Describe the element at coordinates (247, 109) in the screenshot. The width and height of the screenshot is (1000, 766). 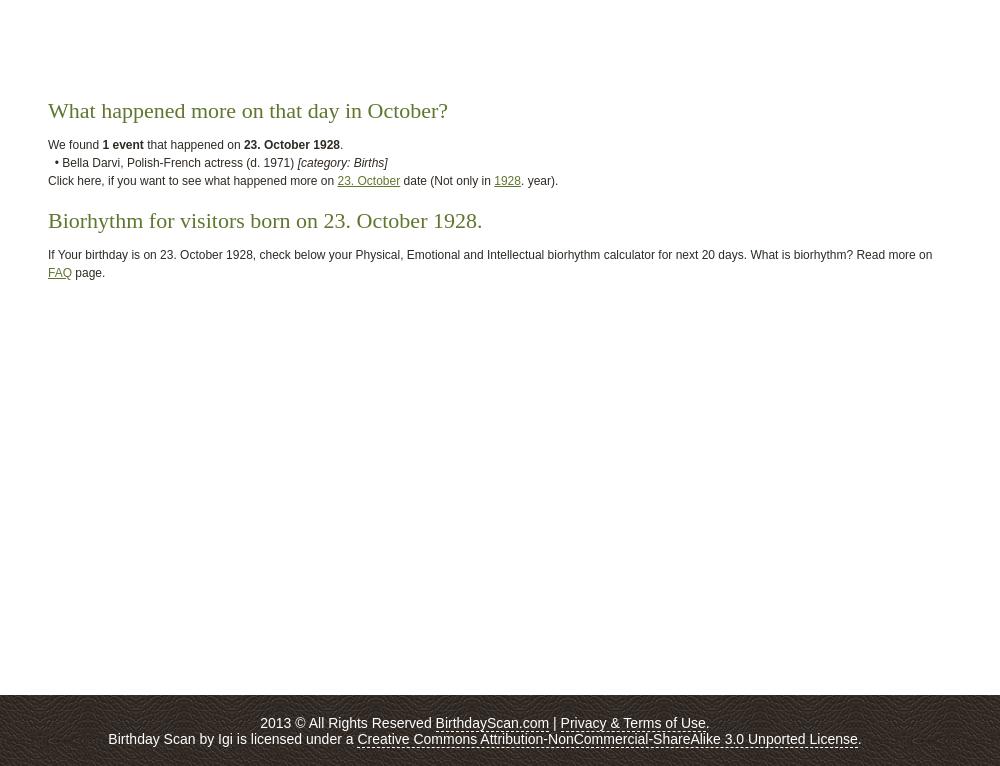
I see `'What happened more on that day in October?'` at that location.